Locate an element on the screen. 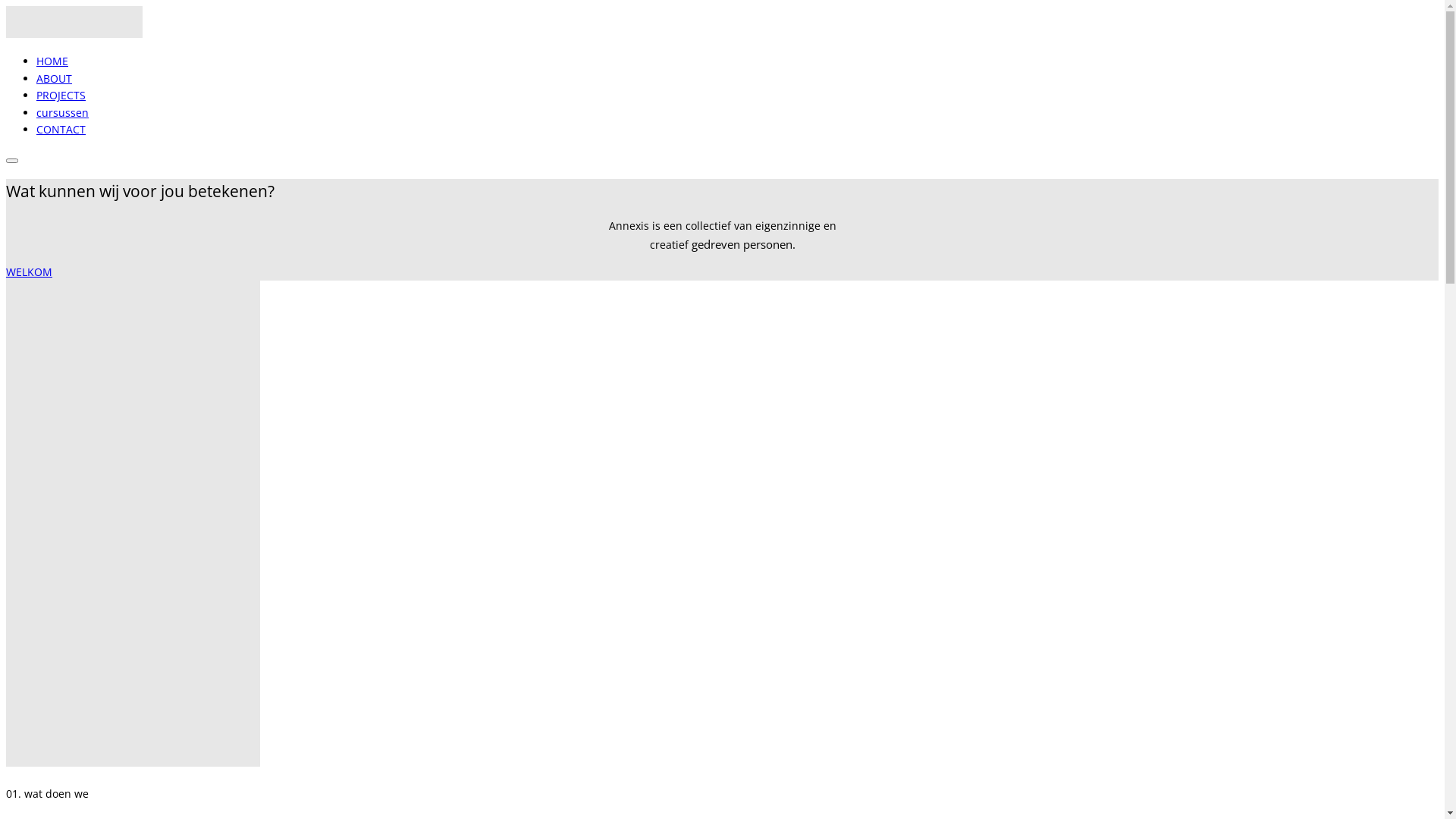  'WELKOM' is located at coordinates (6, 271).